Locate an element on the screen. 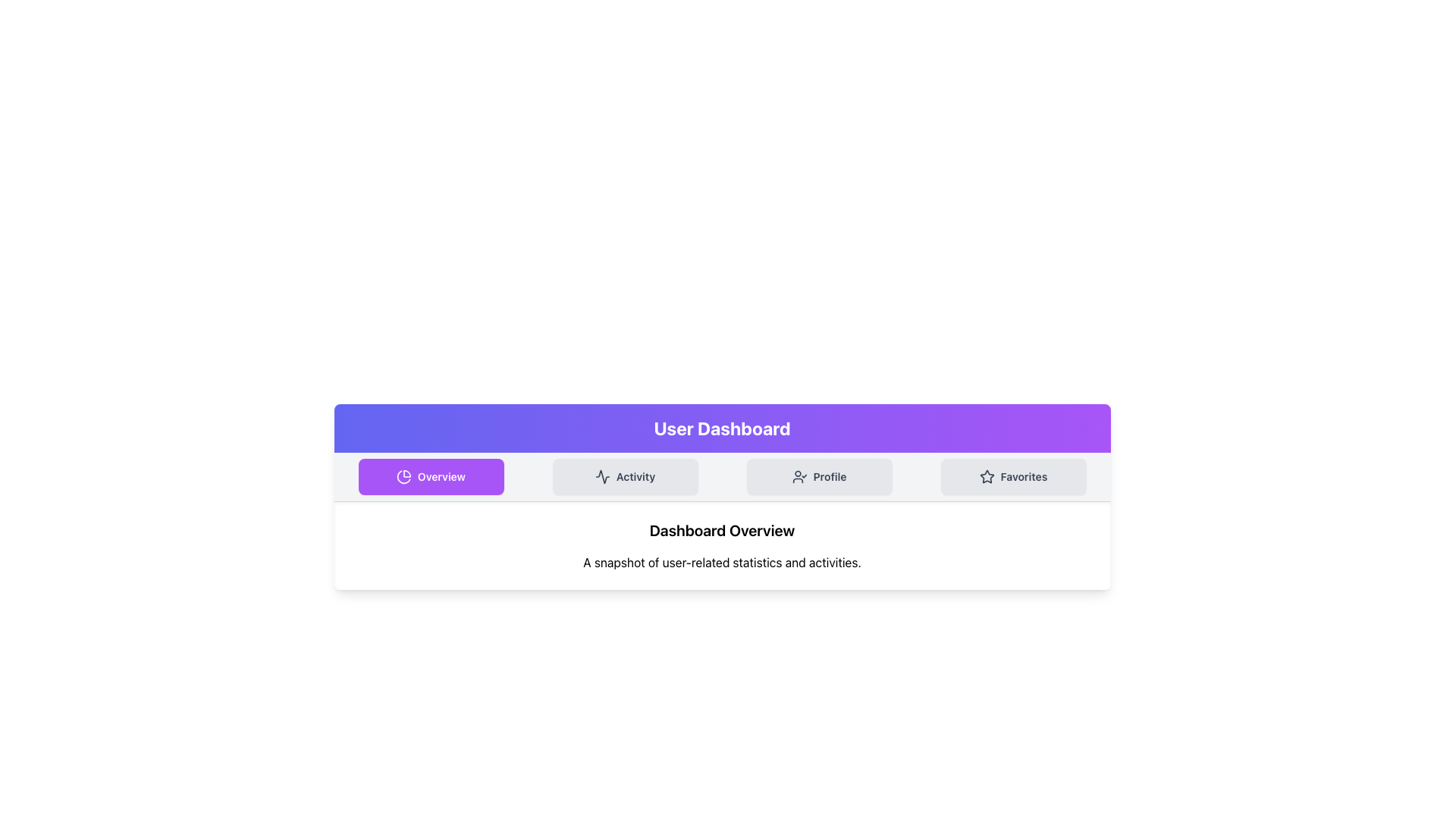 The image size is (1456, 819). the 'Favorites' icon in the tab navigation bar, which visually represents the 'Favorites' section of the application is located at coordinates (987, 475).